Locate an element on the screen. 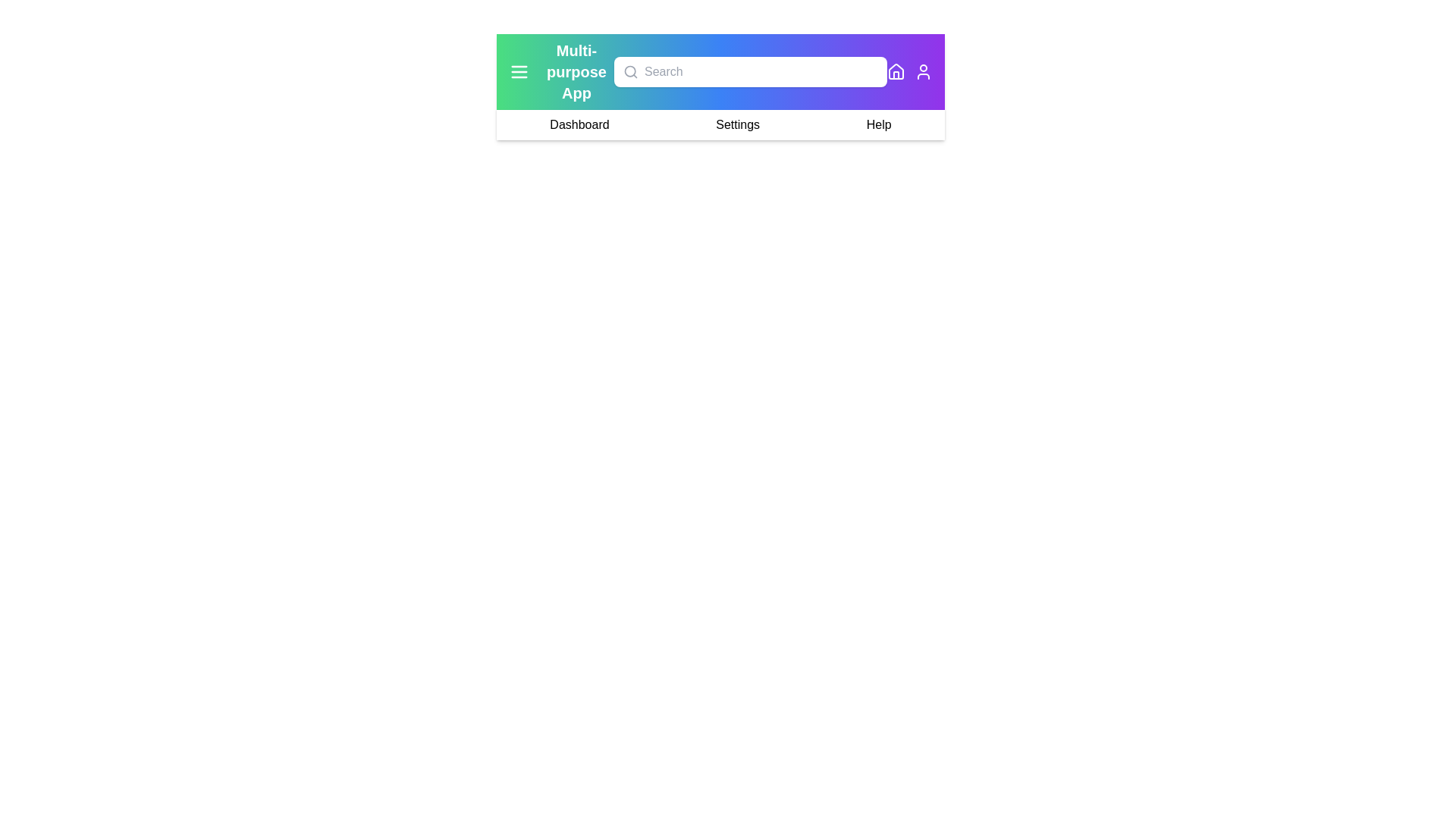 The image size is (1456, 819). the user icon button to navigate to the user profile is located at coordinates (923, 72).